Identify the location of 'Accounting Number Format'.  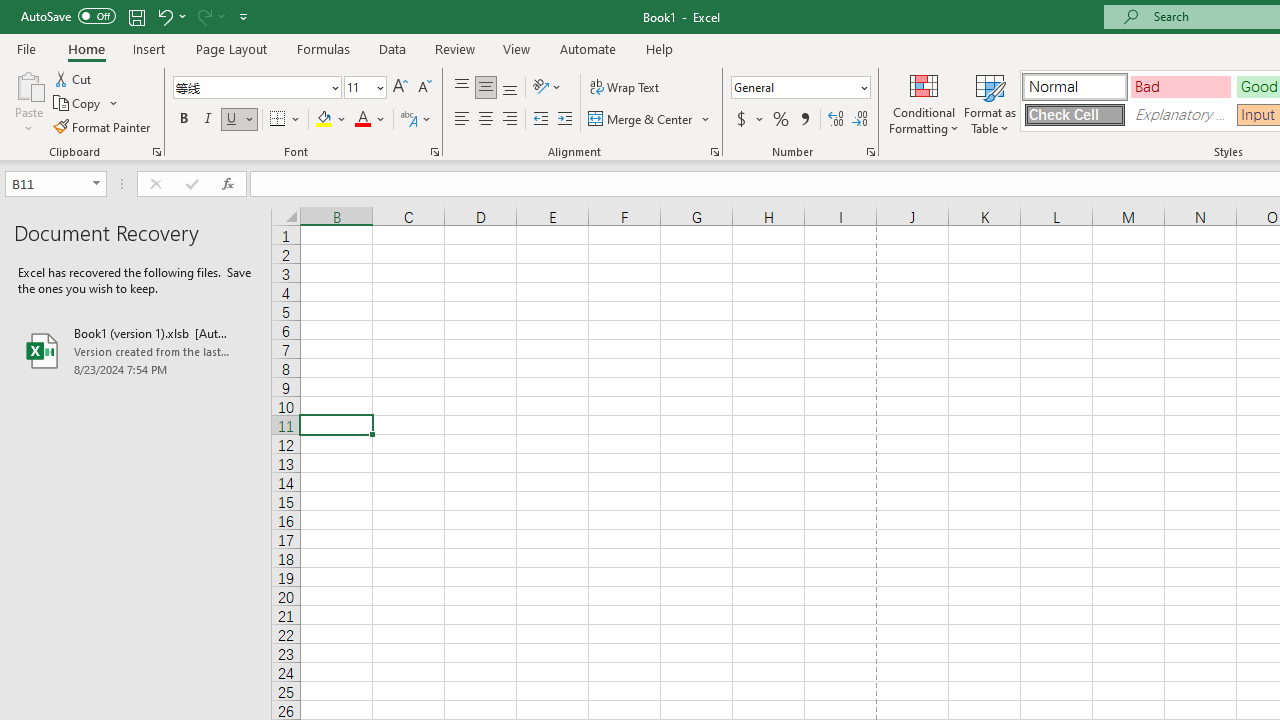
(748, 119).